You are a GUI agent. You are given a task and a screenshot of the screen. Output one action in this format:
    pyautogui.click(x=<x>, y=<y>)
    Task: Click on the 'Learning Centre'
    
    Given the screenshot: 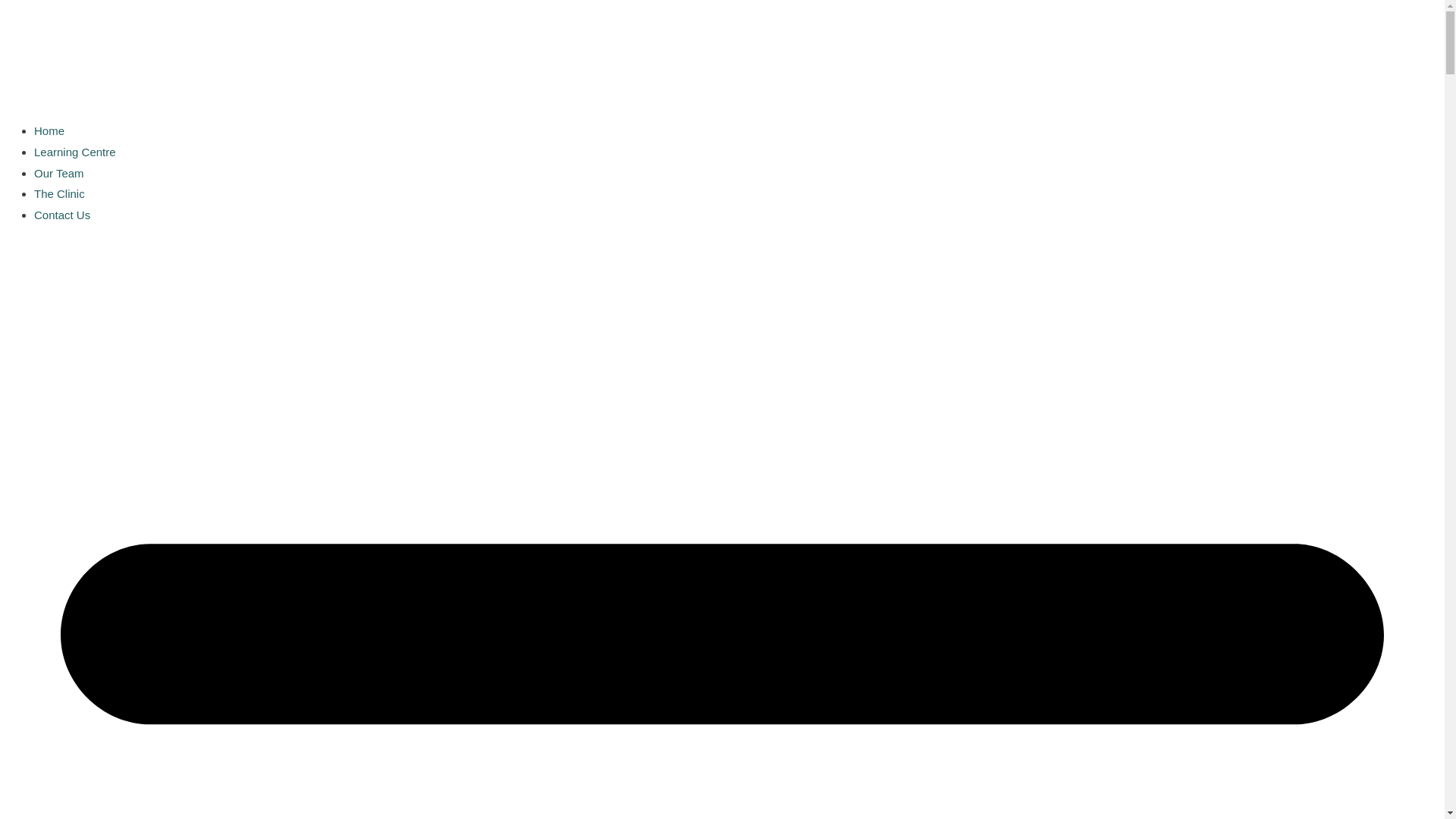 What is the action you would take?
    pyautogui.click(x=74, y=152)
    